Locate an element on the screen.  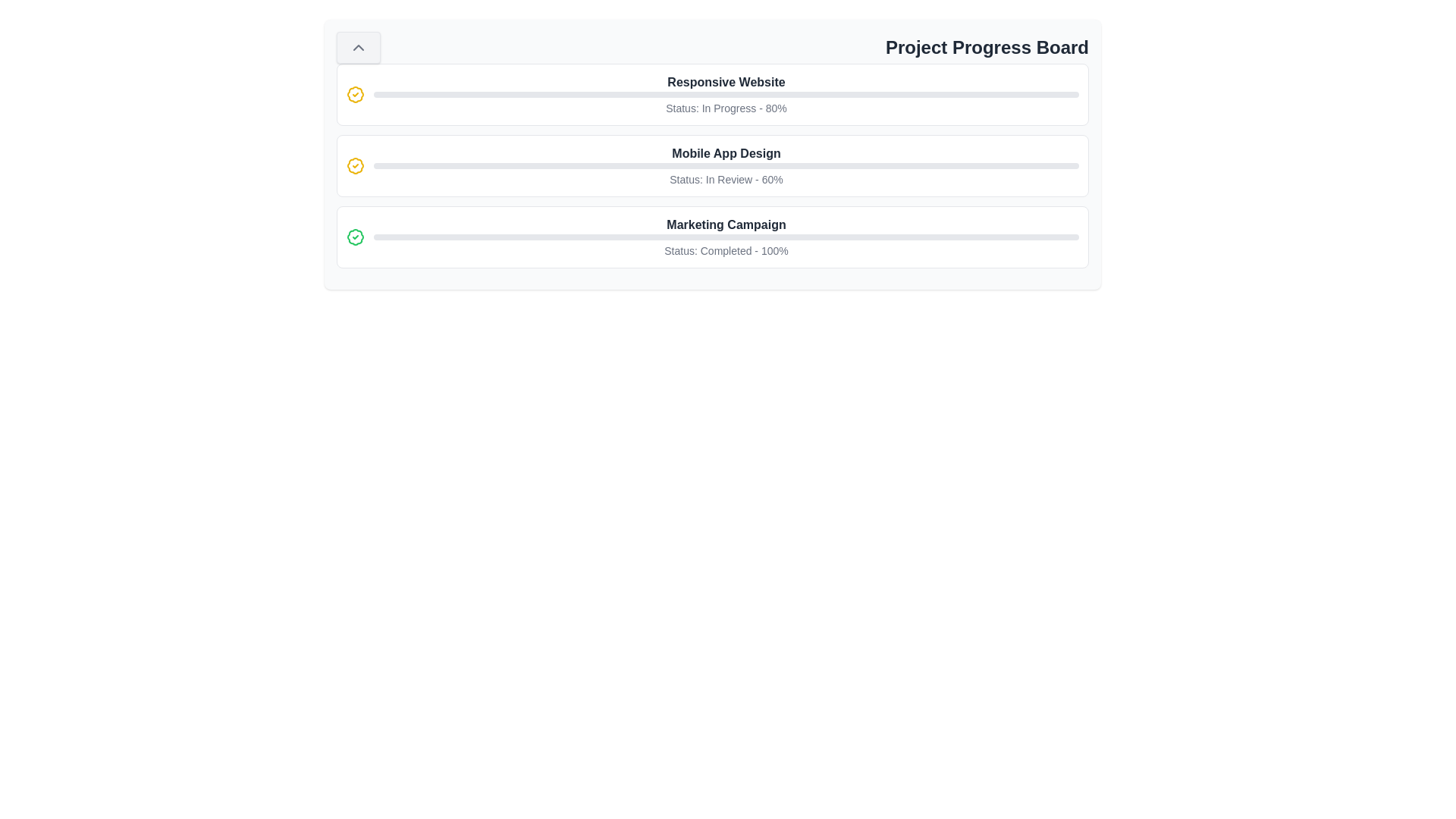
the progress bar located below 'Responsive Website' and above 'Status: In Progress - 80%', which visually indicates 80% progress of a task is located at coordinates (726, 94).